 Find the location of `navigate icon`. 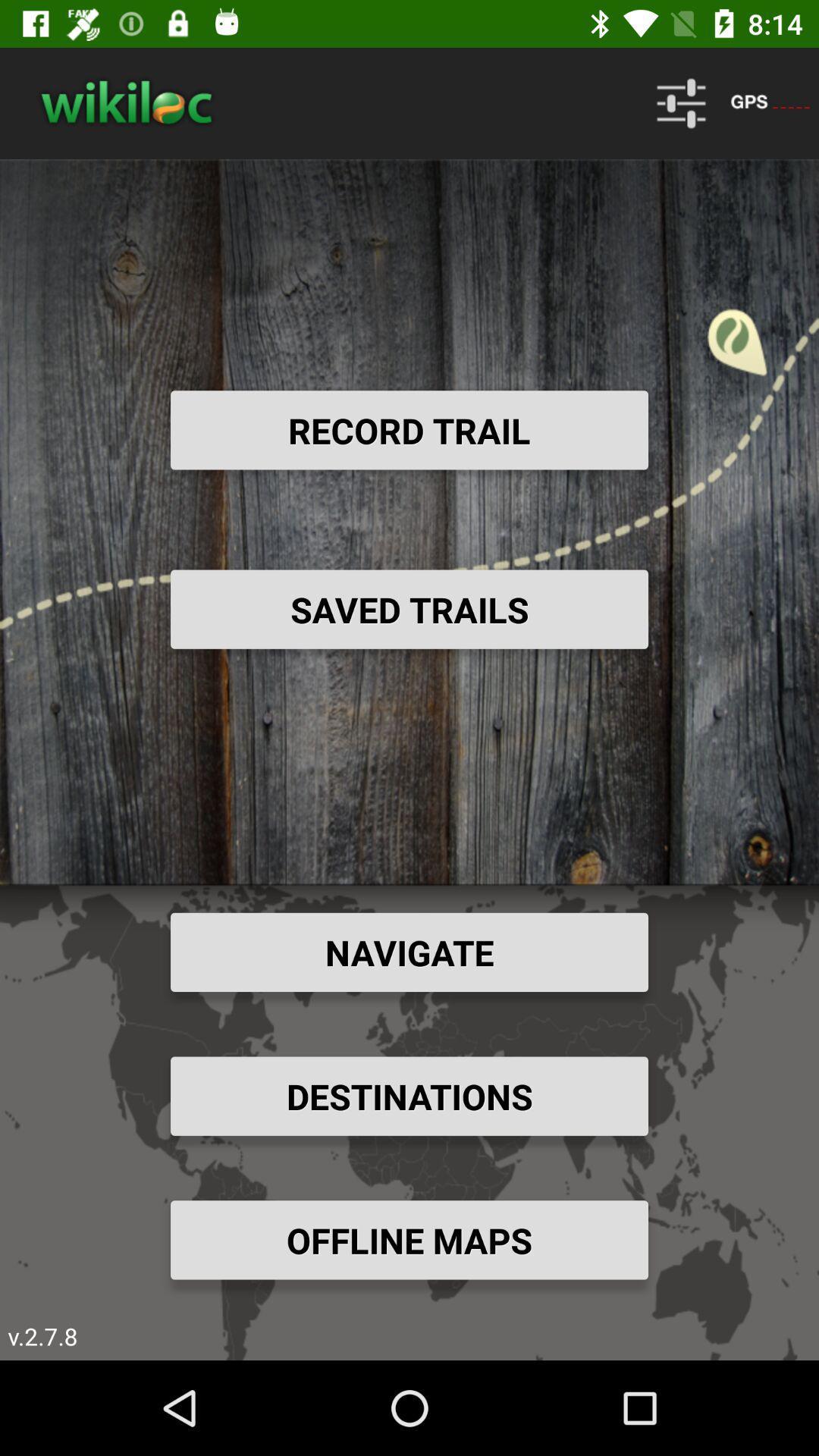

navigate icon is located at coordinates (409, 951).